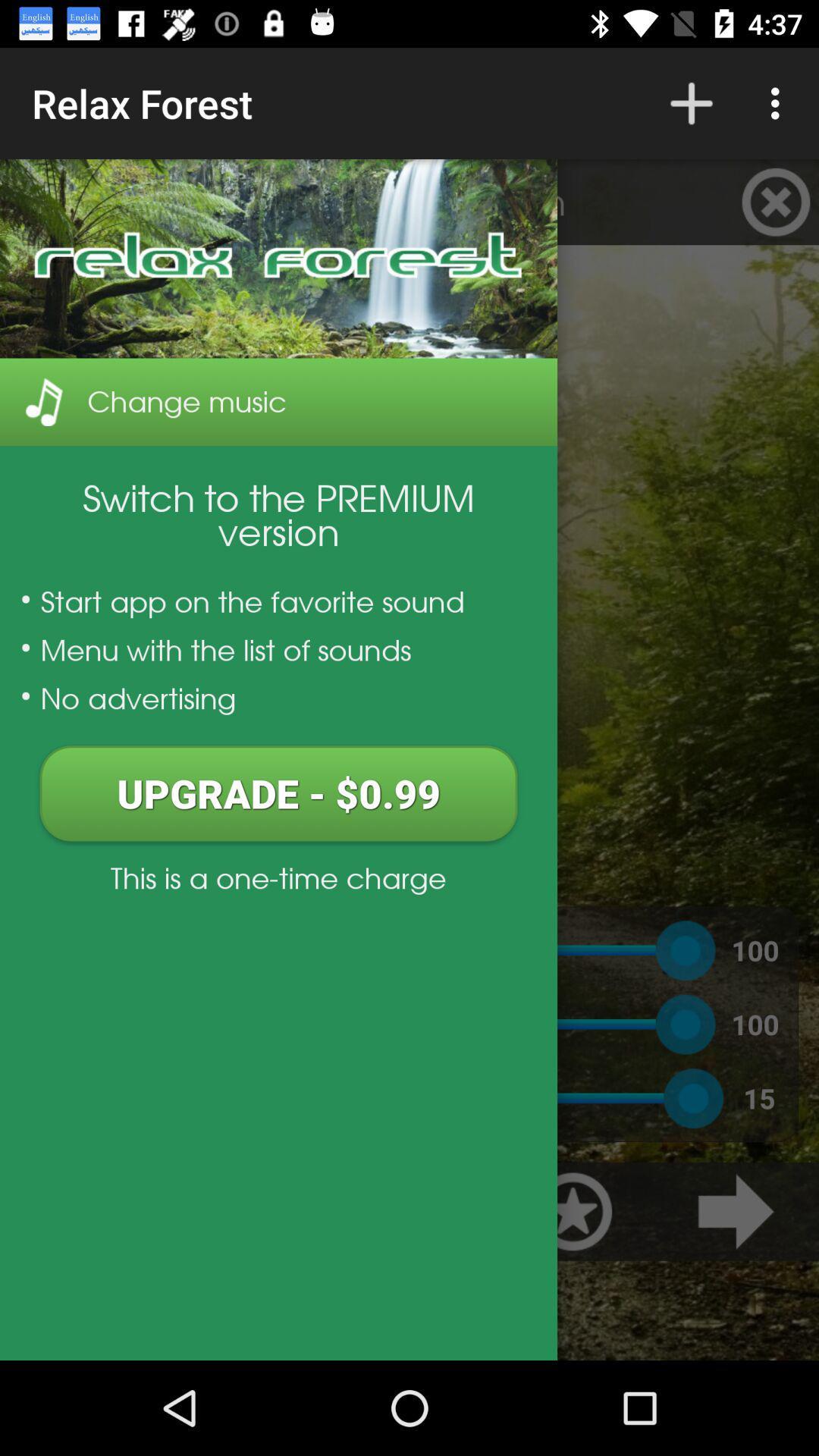 Image resolution: width=819 pixels, height=1456 pixels. I want to click on the avatar icon, so click(42, 201).